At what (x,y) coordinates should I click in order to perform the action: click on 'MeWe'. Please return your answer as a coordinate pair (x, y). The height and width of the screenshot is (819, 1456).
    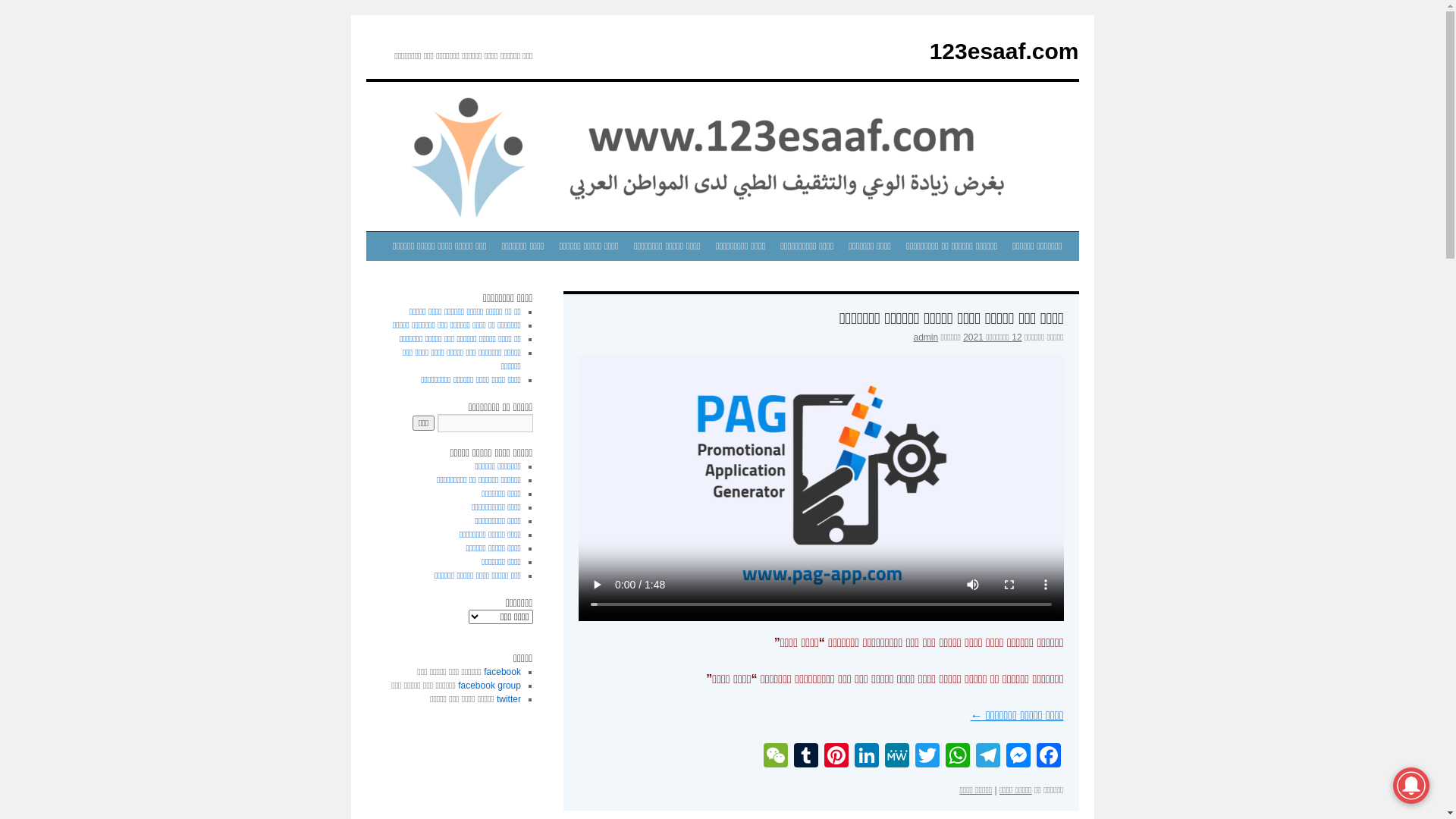
    Looking at the image, I should click on (896, 757).